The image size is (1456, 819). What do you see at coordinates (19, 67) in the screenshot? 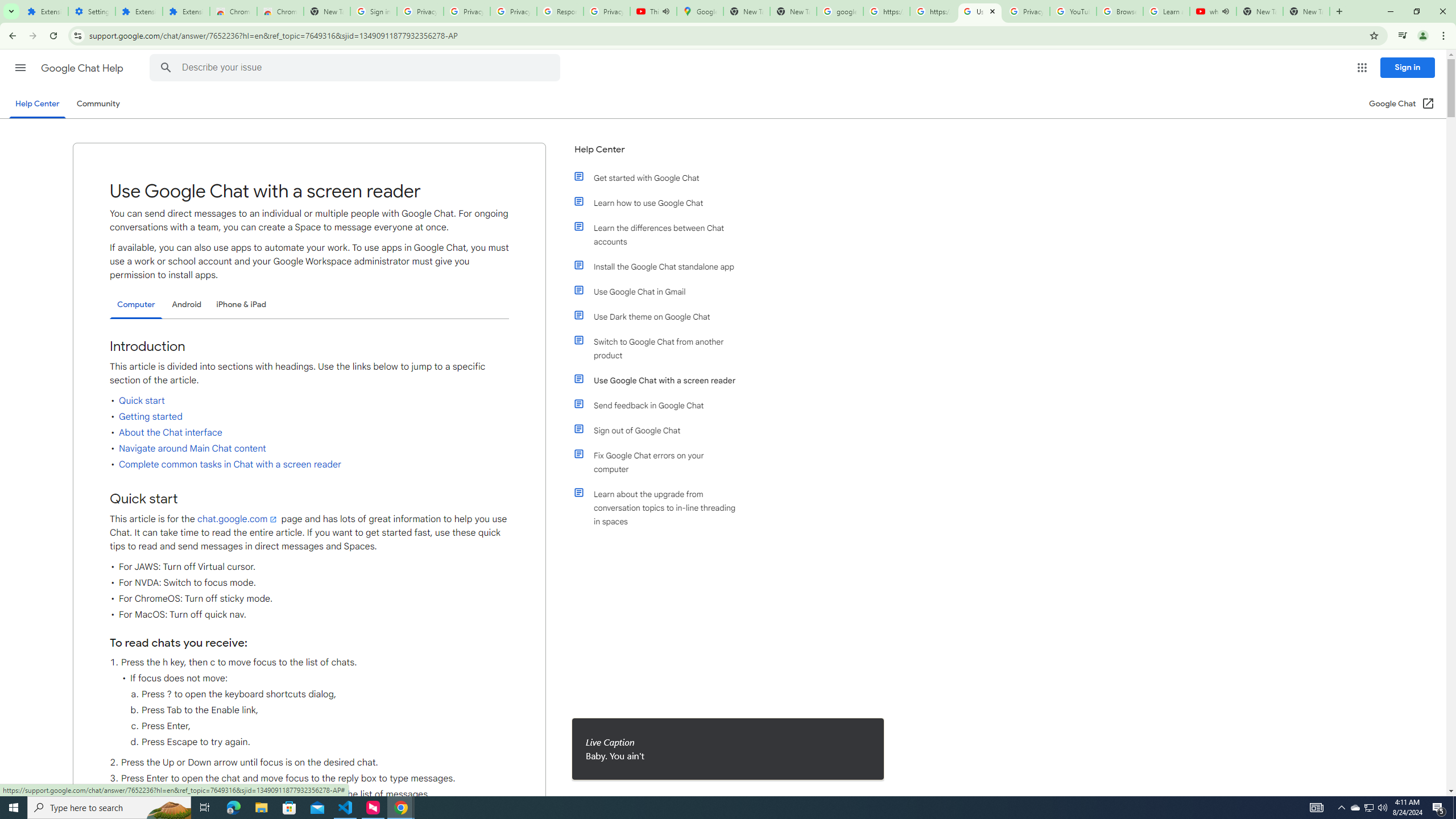
I see `'Main menu'` at bounding box center [19, 67].